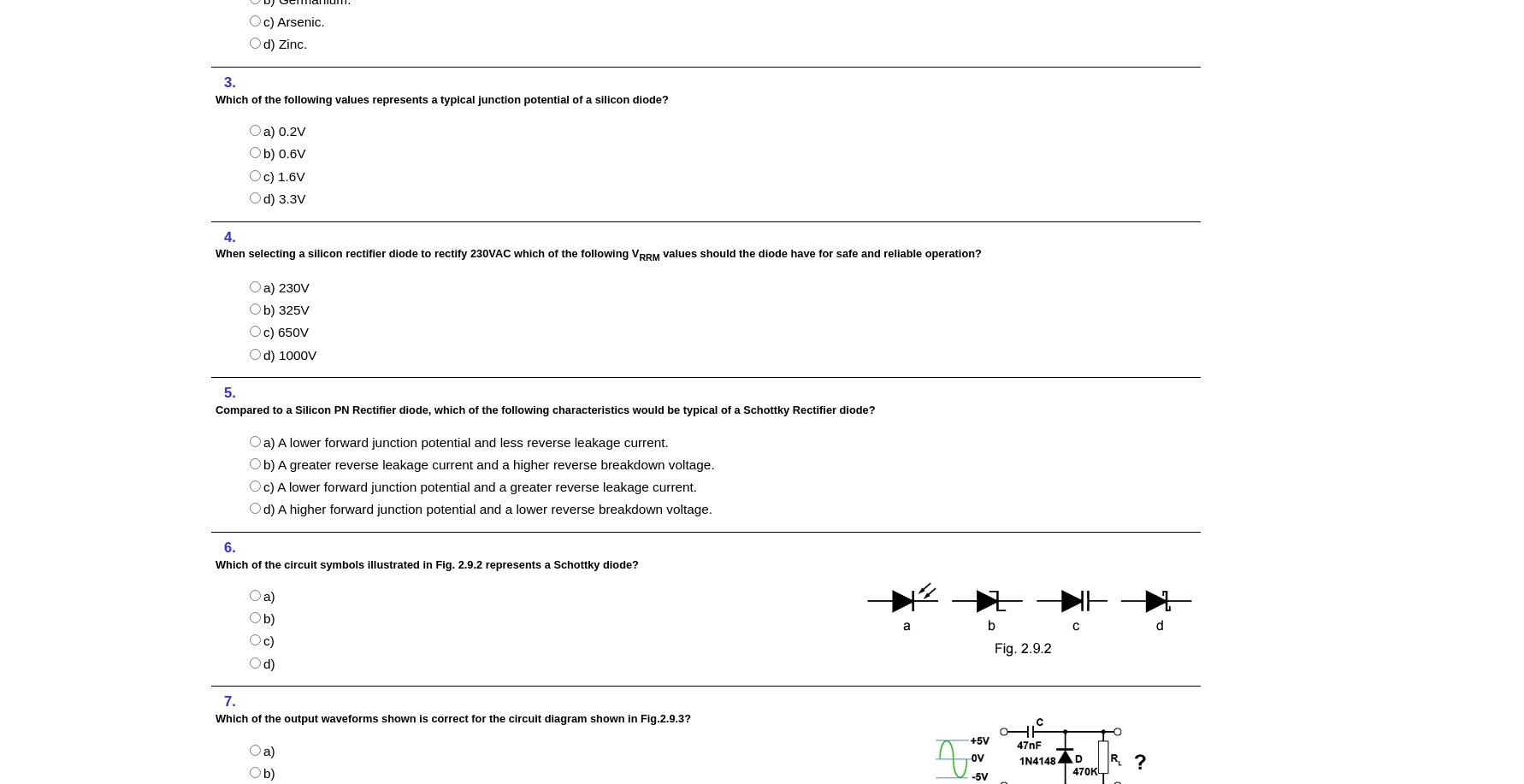  What do you see at coordinates (426, 253) in the screenshot?
I see `'When selecting a silicon rectifier diode to rectify 230VAC which of the following V'` at bounding box center [426, 253].